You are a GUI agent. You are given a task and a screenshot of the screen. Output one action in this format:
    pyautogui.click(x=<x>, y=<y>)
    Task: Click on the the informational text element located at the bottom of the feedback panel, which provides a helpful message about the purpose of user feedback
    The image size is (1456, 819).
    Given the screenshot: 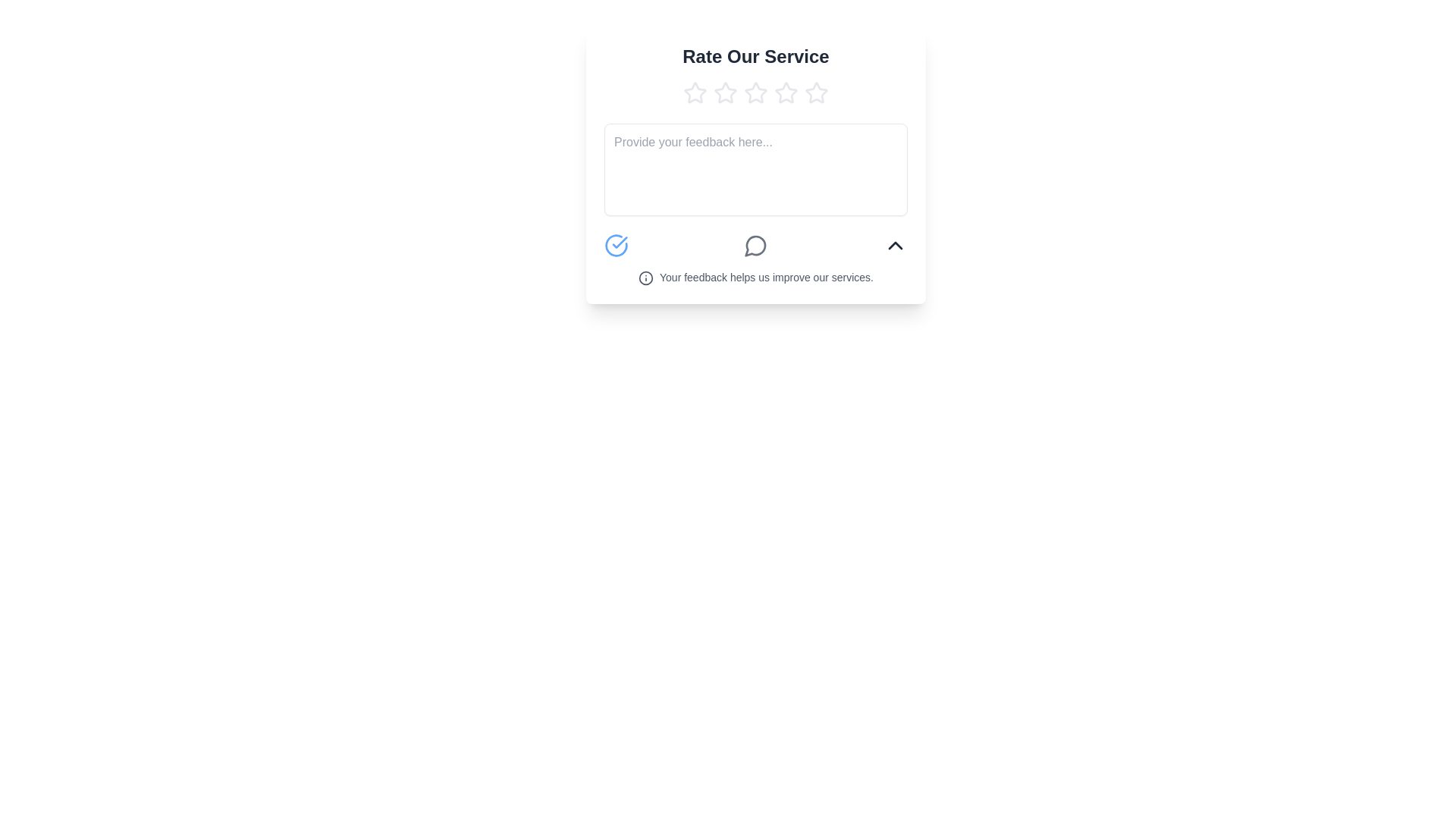 What is the action you would take?
    pyautogui.click(x=756, y=278)
    